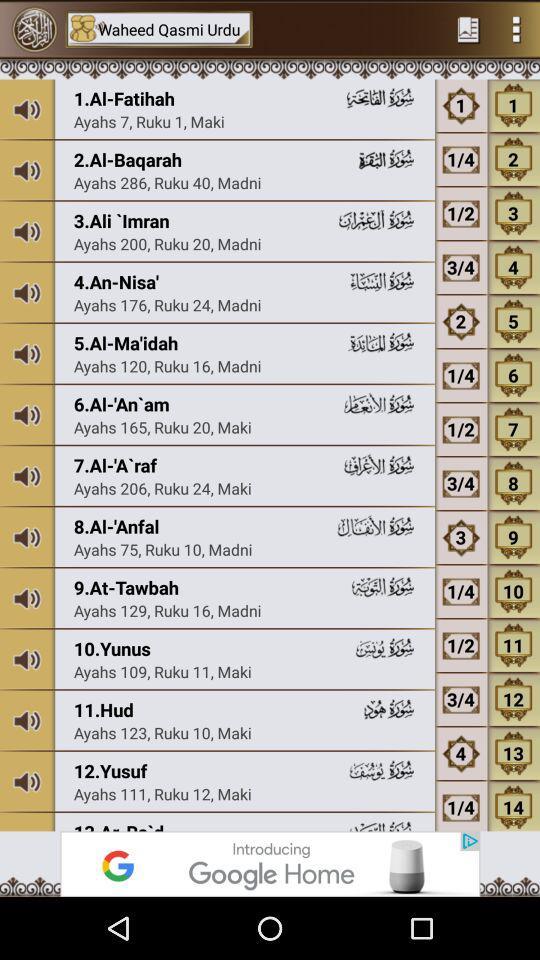  What do you see at coordinates (468, 30) in the screenshot?
I see `the bookmark icon` at bounding box center [468, 30].